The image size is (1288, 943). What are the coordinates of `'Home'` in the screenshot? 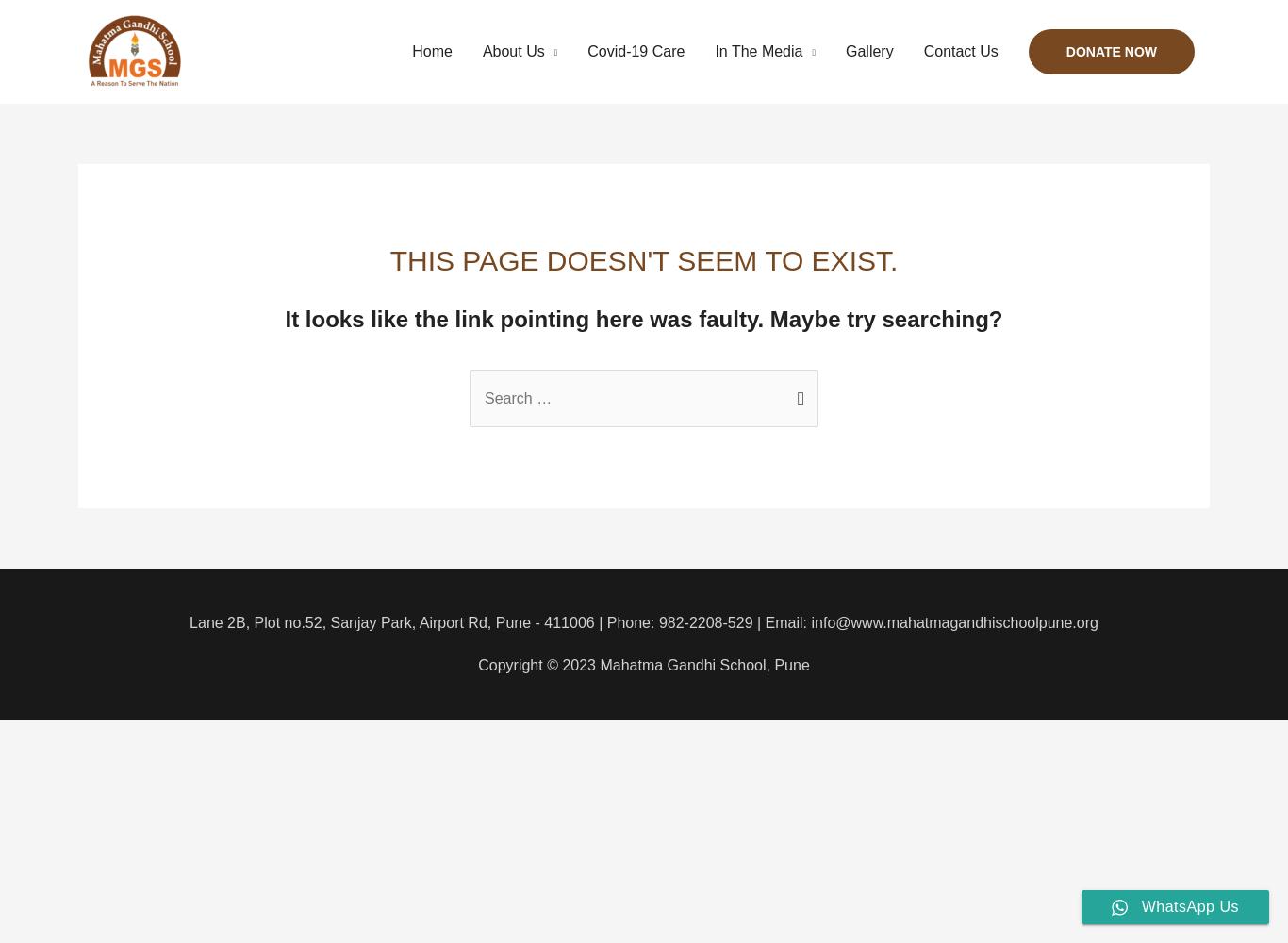 It's located at (410, 51).